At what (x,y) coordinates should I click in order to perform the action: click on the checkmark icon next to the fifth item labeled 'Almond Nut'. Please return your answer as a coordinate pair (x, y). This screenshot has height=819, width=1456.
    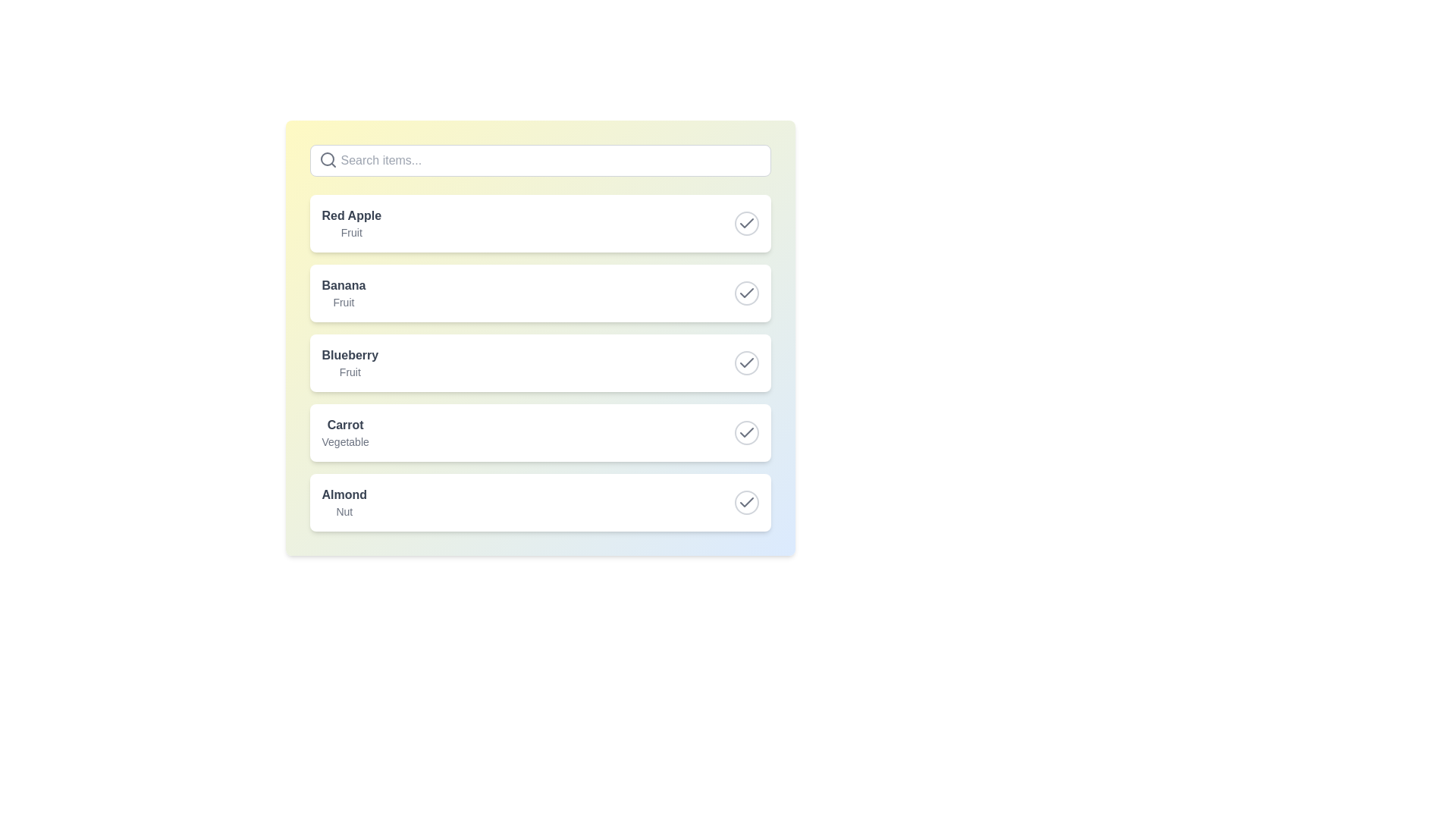
    Looking at the image, I should click on (746, 503).